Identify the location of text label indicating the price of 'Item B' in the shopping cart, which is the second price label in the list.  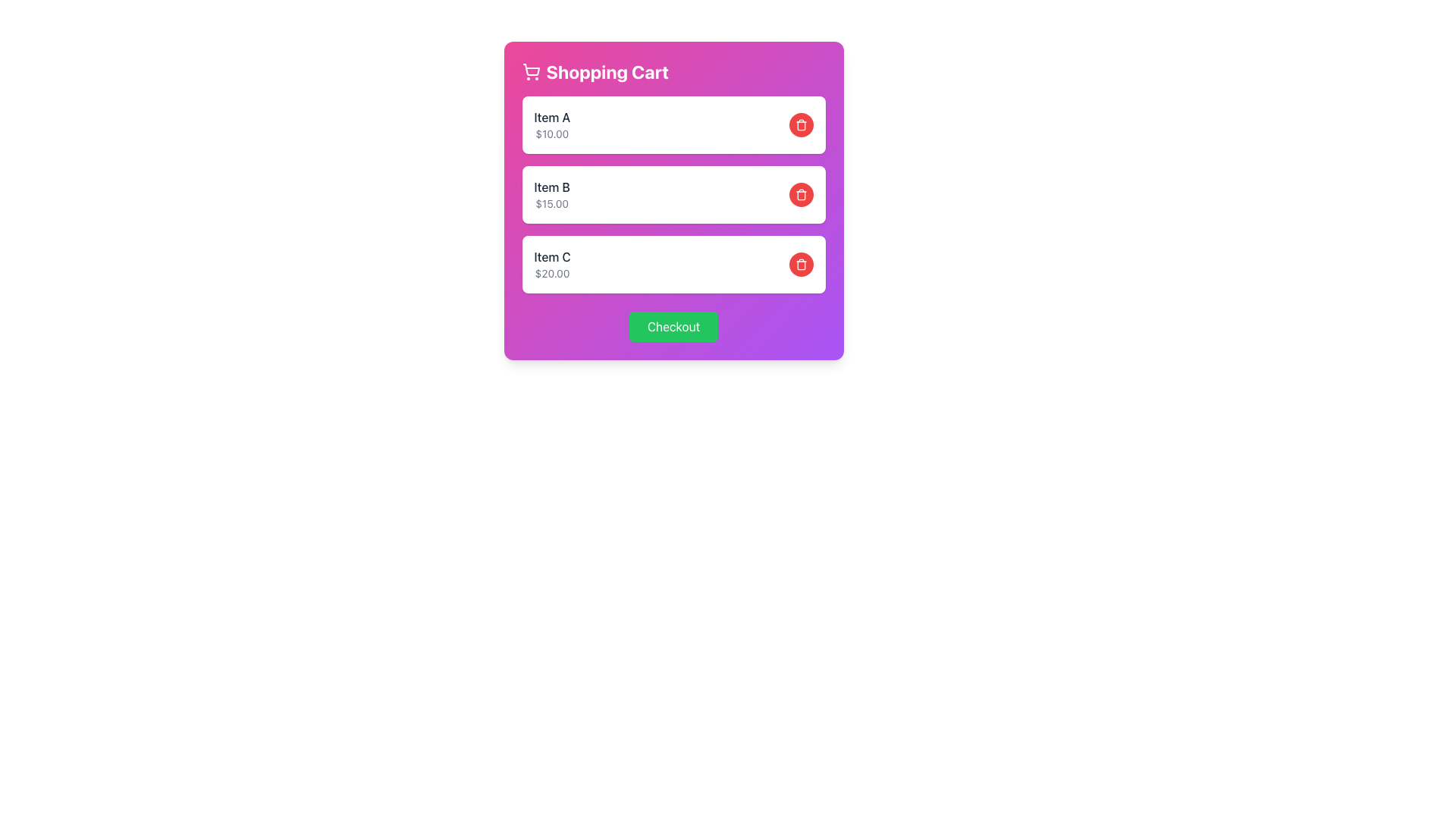
(551, 203).